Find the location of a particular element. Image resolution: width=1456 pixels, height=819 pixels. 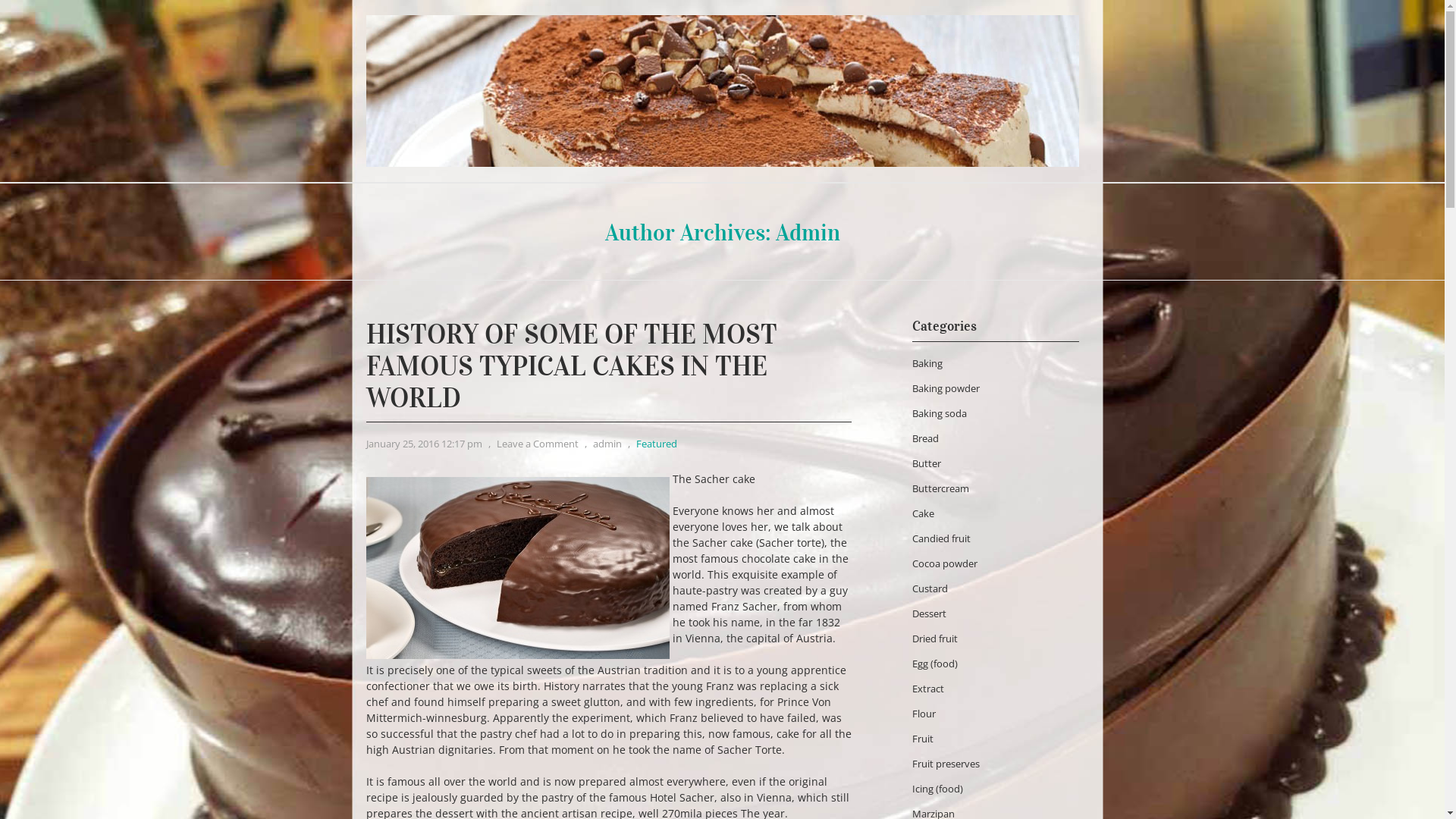

'Extract' is located at coordinates (927, 688).